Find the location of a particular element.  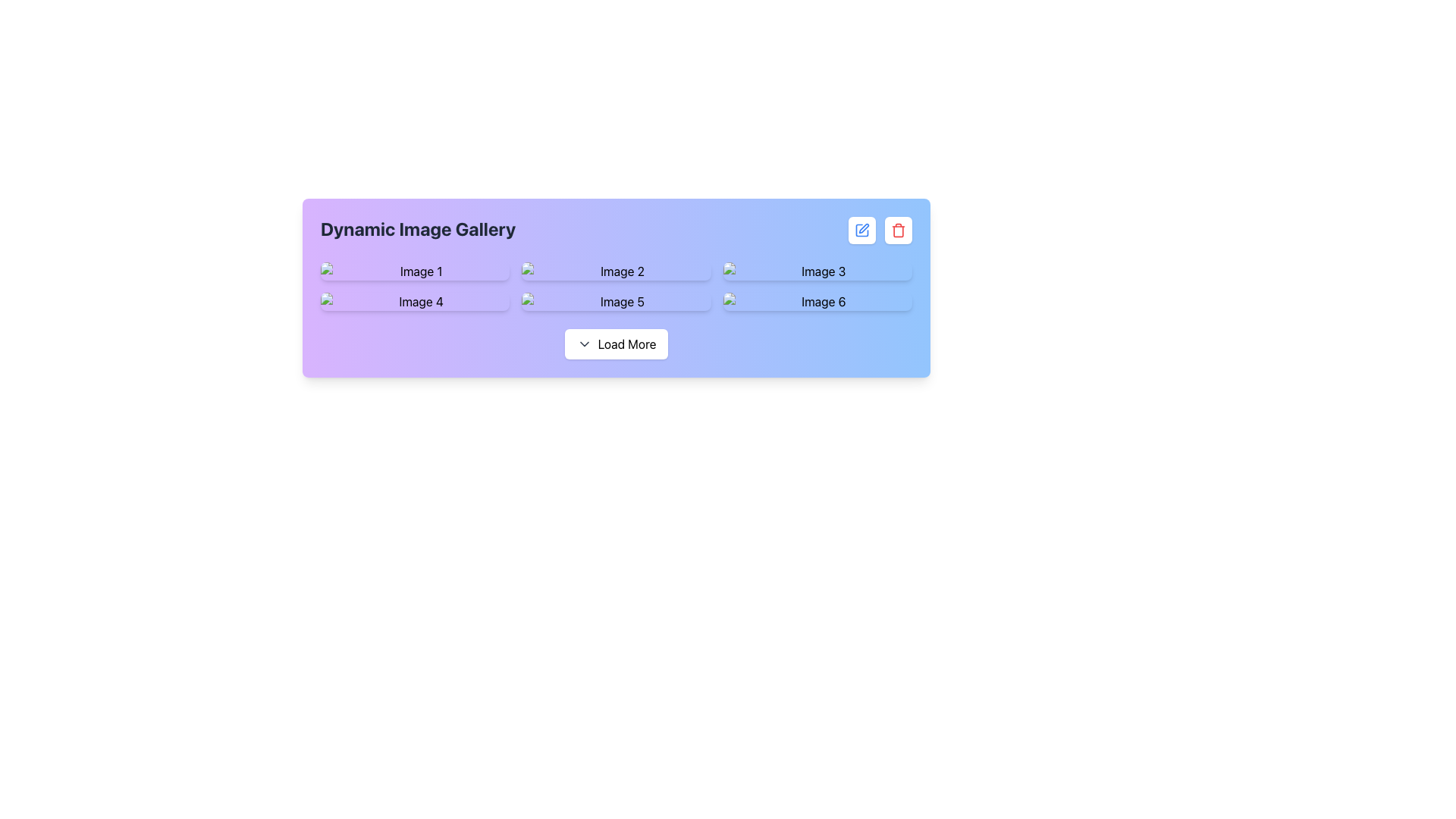

the first image in the grid gallery layout that displays the text 'Image 1', which is located in the top-left corner of the interface is located at coordinates (415, 271).